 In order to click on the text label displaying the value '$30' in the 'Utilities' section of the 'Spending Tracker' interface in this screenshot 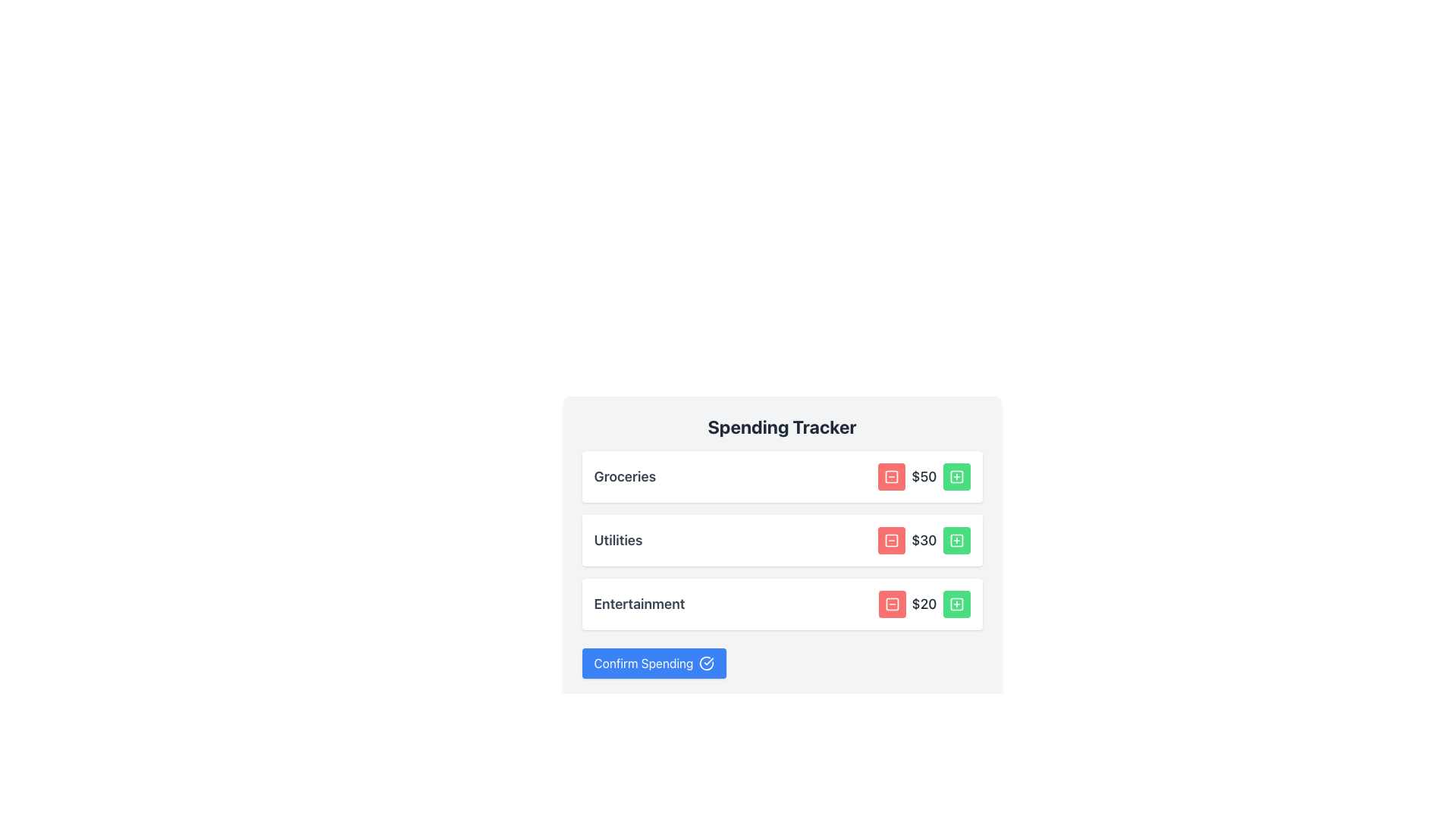, I will do `click(923, 540)`.